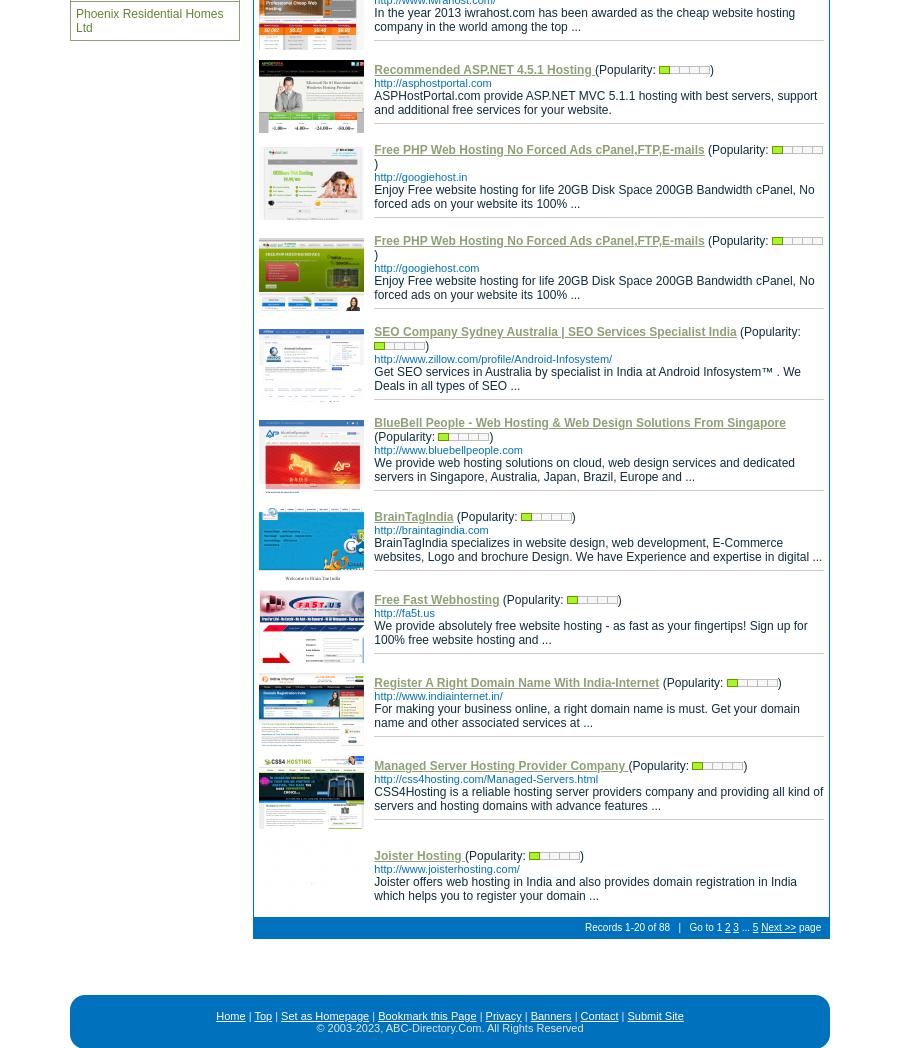  Describe the element at coordinates (627, 927) in the screenshot. I see `'Records 1-20 of 88'` at that location.